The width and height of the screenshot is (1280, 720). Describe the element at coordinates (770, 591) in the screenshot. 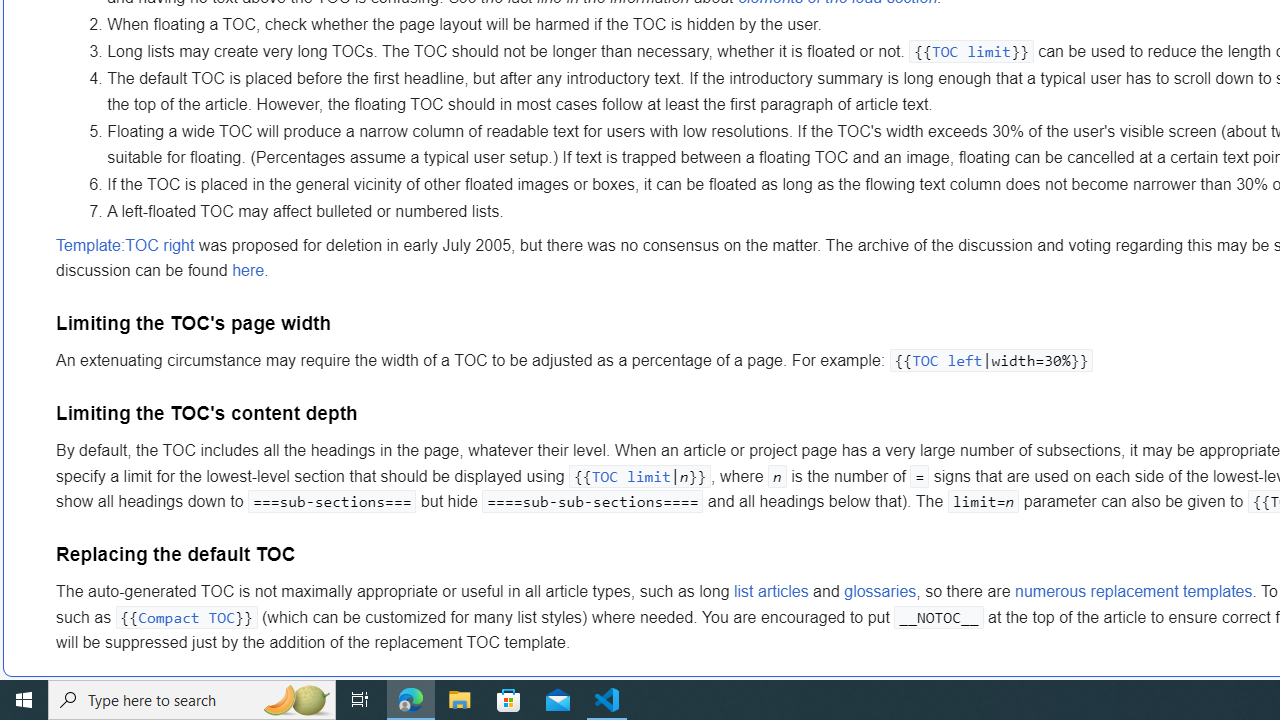

I see `'list articles'` at that location.